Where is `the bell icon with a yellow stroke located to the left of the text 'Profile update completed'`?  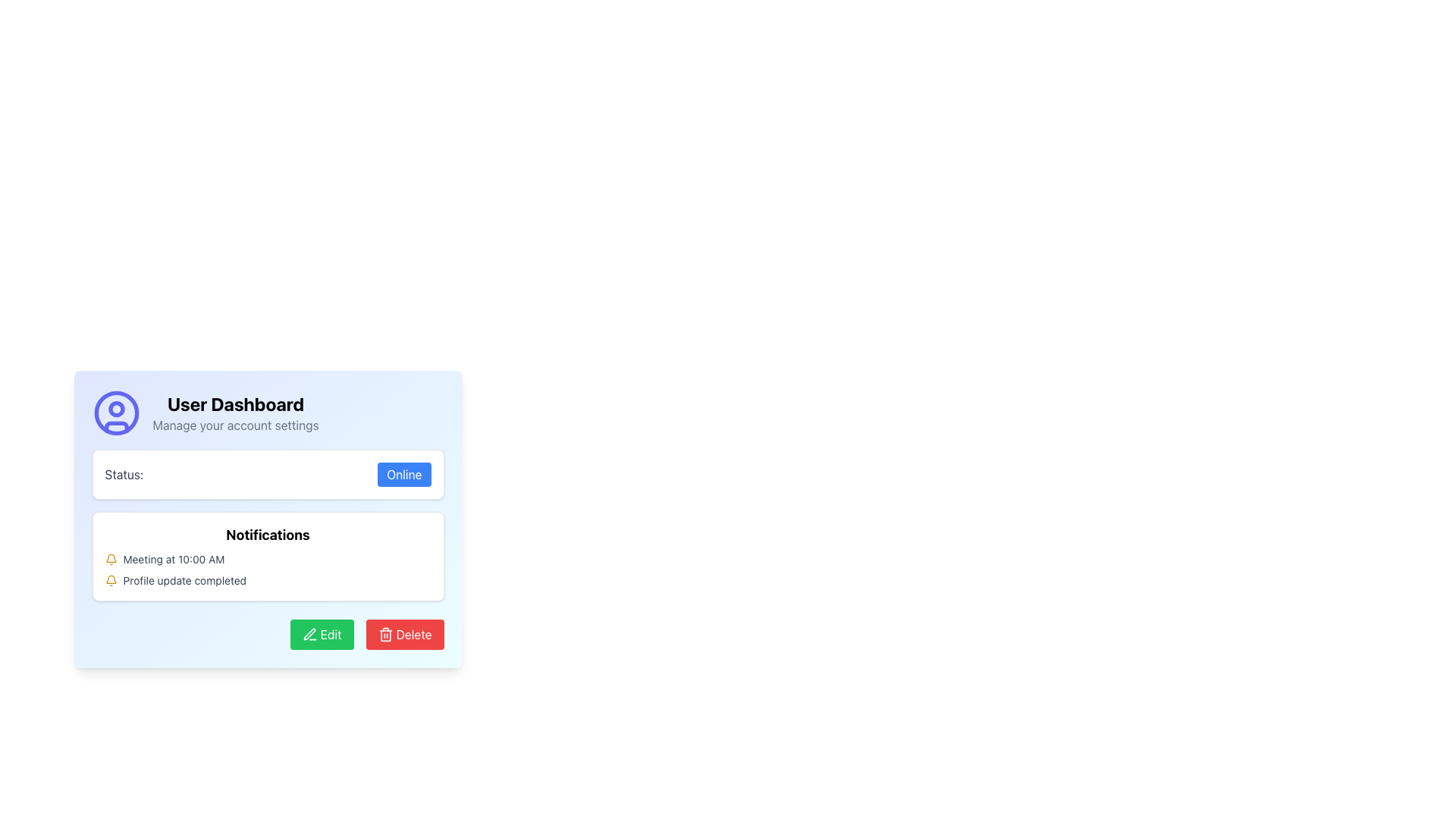
the bell icon with a yellow stroke located to the left of the text 'Profile update completed' is located at coordinates (110, 580).